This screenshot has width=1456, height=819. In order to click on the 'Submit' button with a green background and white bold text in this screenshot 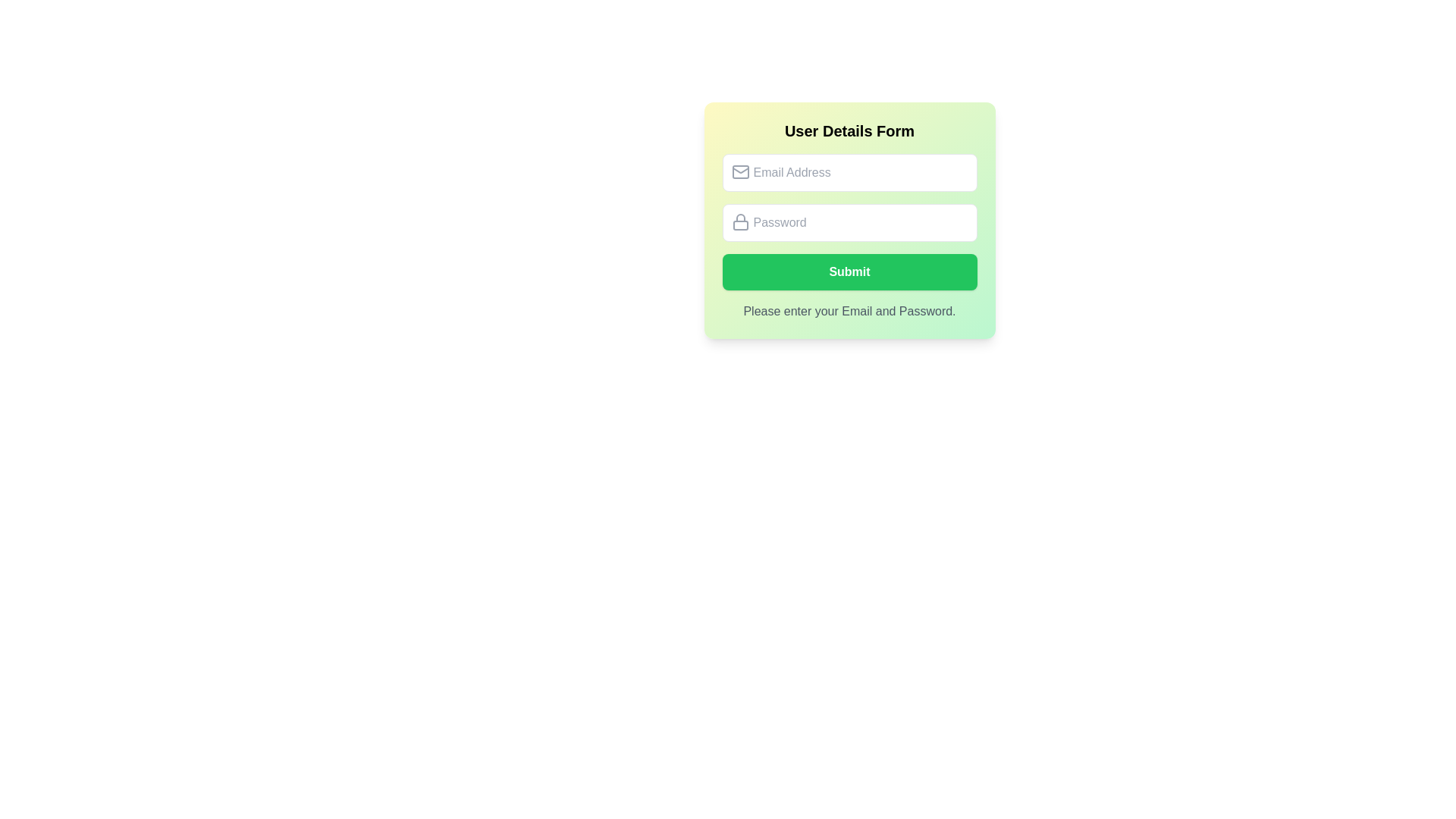, I will do `click(849, 271)`.